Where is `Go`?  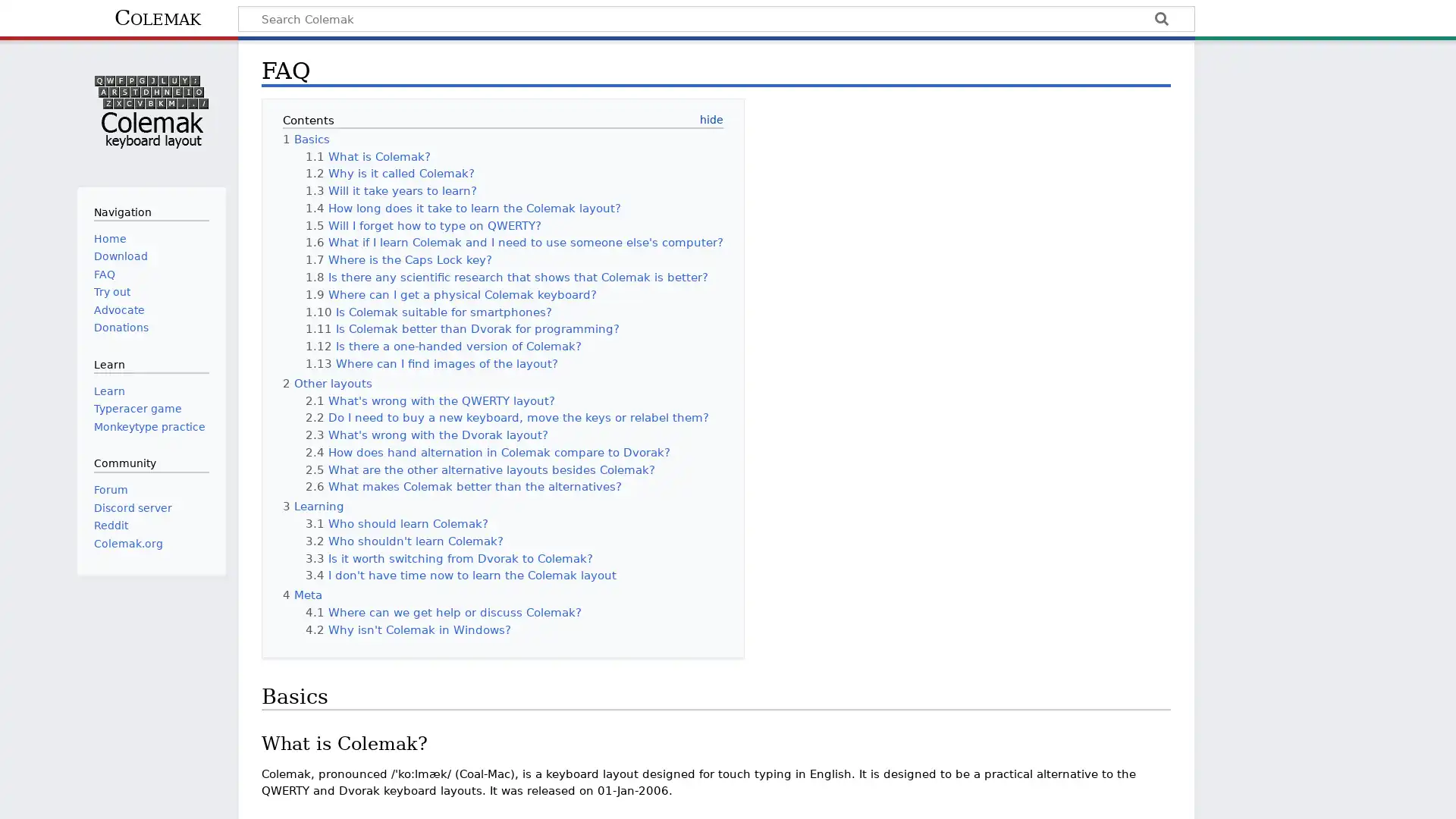
Go is located at coordinates (1160, 20).